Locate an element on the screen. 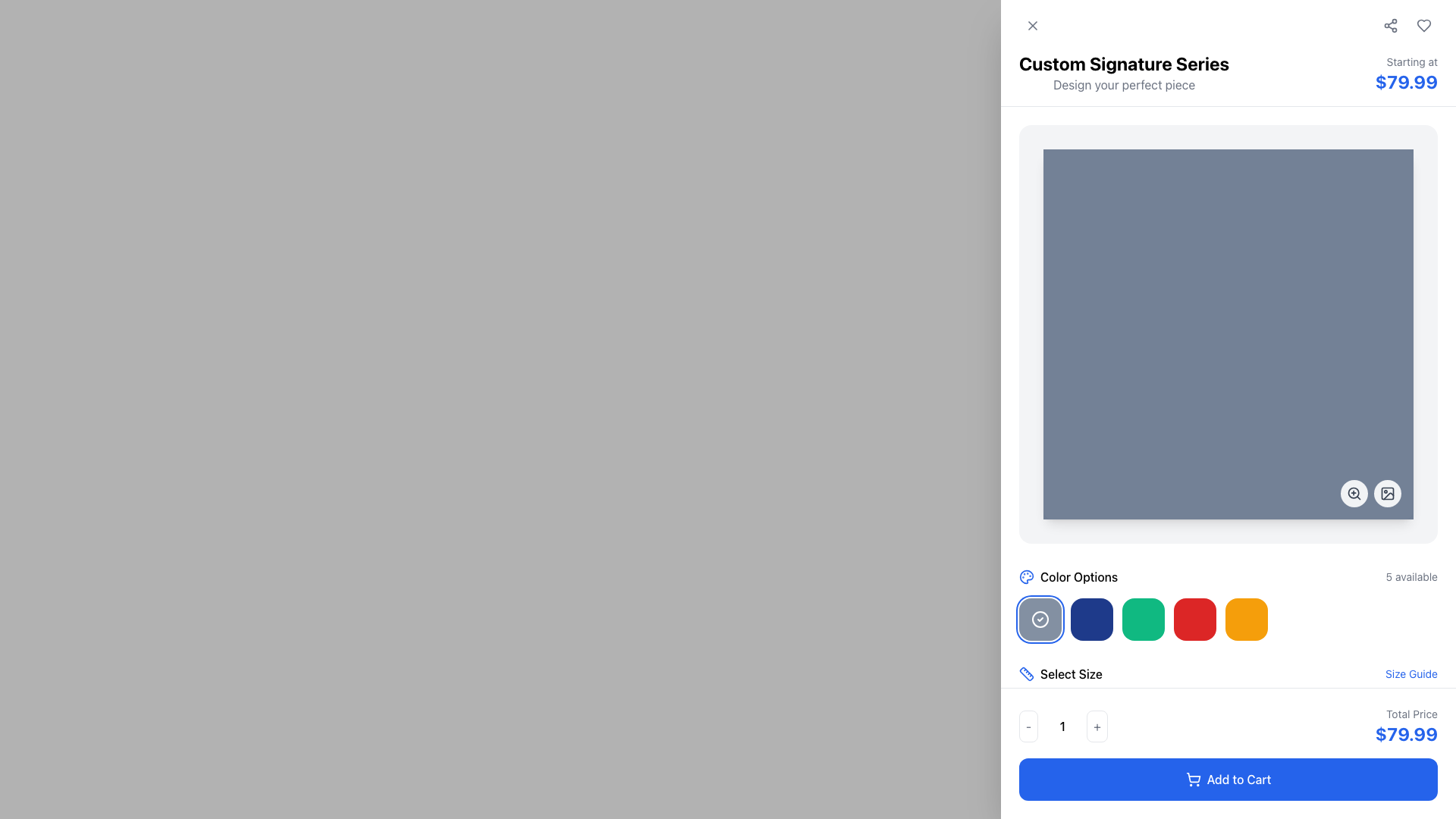 The image size is (1456, 819). the decorative graphic icon located above the 'Add to Cart' button, which is embedded in a blue background is located at coordinates (1026, 765).